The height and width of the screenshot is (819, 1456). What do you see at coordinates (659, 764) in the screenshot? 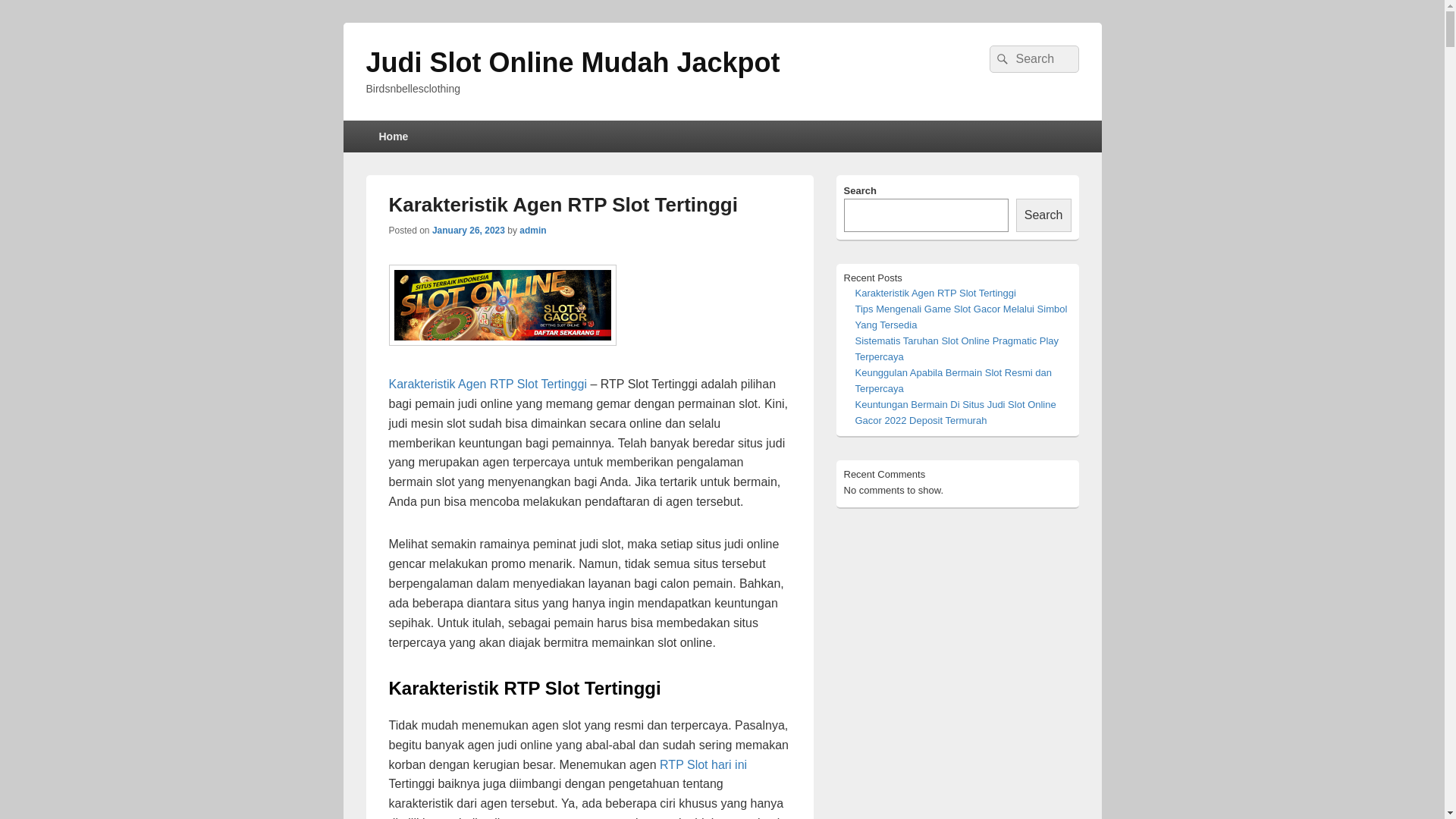
I see `'RTP Slot hari ini'` at bounding box center [659, 764].